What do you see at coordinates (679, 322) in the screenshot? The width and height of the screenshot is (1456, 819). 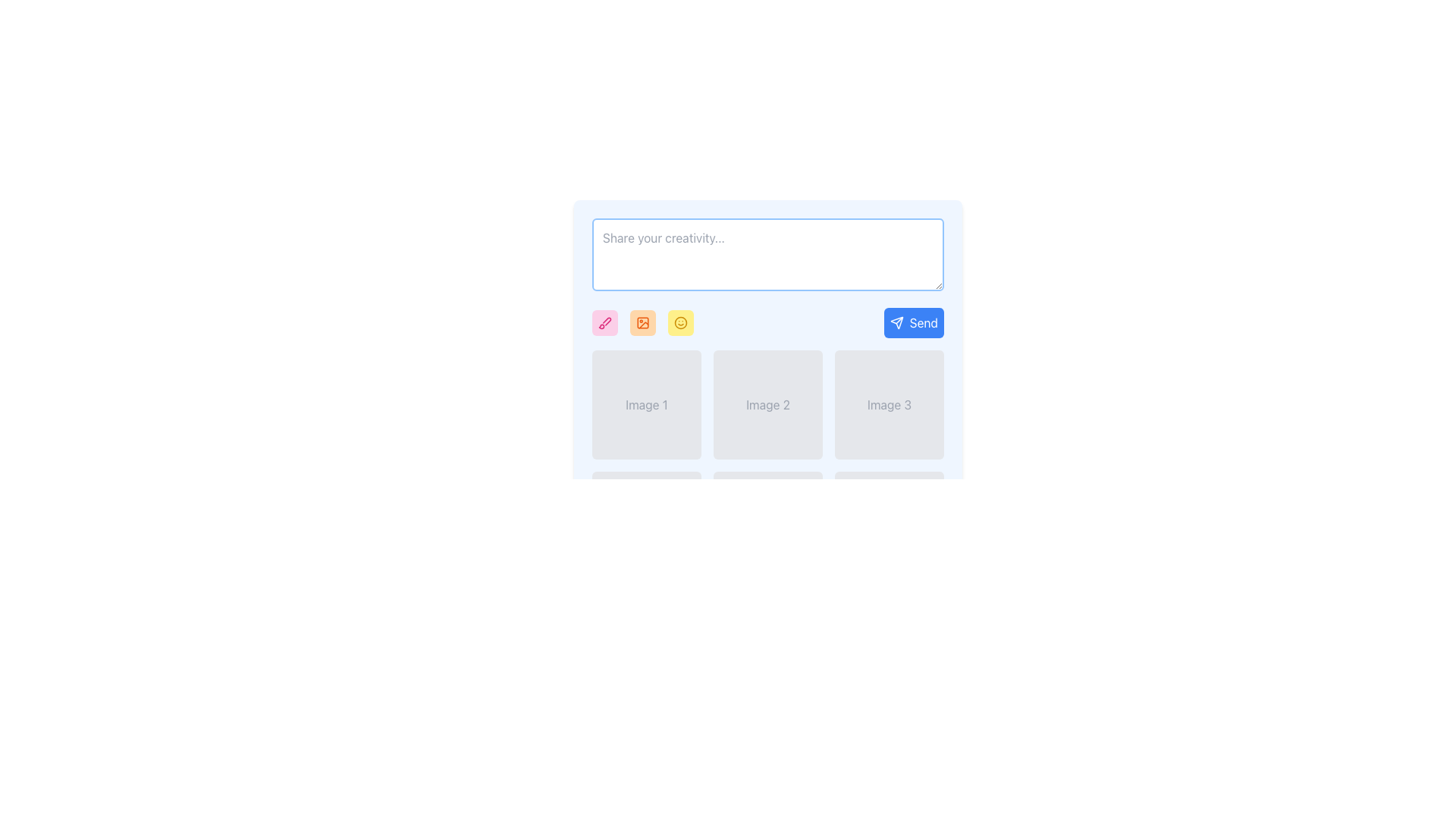 I see `the yellow circular icon button with a smiley face, located in the third button of a row of four buttons below the text input field labeled 'Share your creativity...', to navigate` at bounding box center [679, 322].